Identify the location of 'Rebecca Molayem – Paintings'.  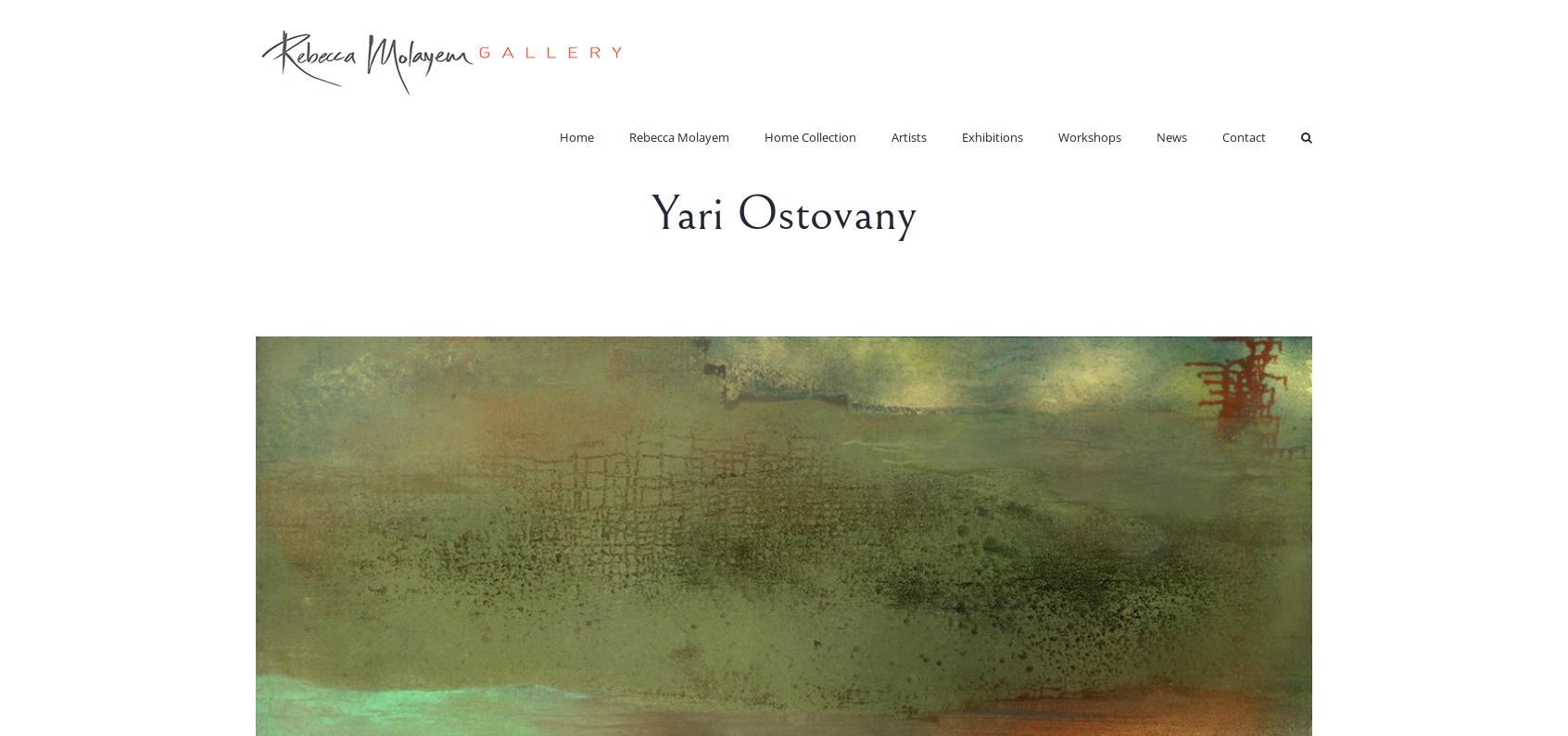
(702, 180).